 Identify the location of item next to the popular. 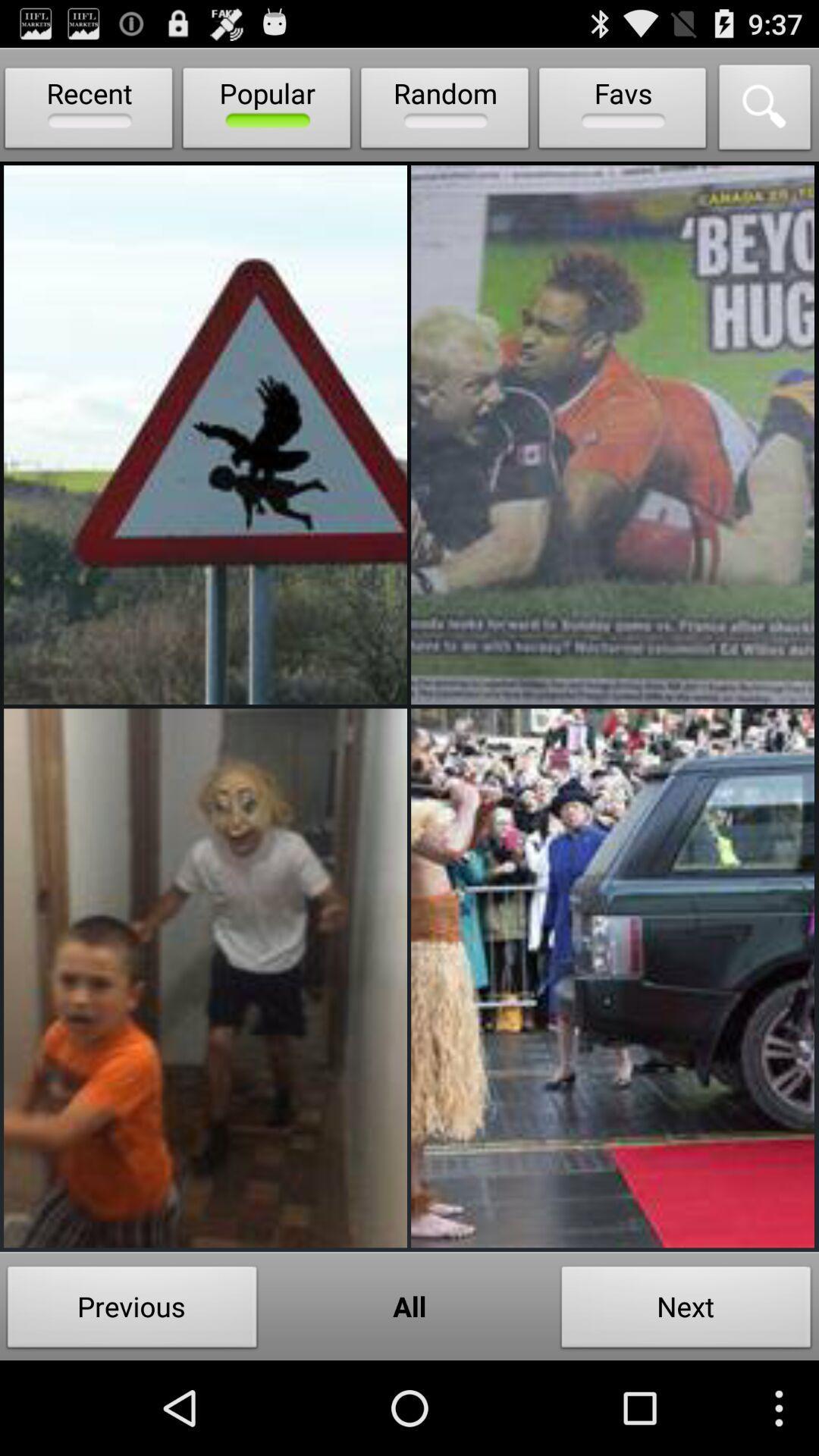
(444, 111).